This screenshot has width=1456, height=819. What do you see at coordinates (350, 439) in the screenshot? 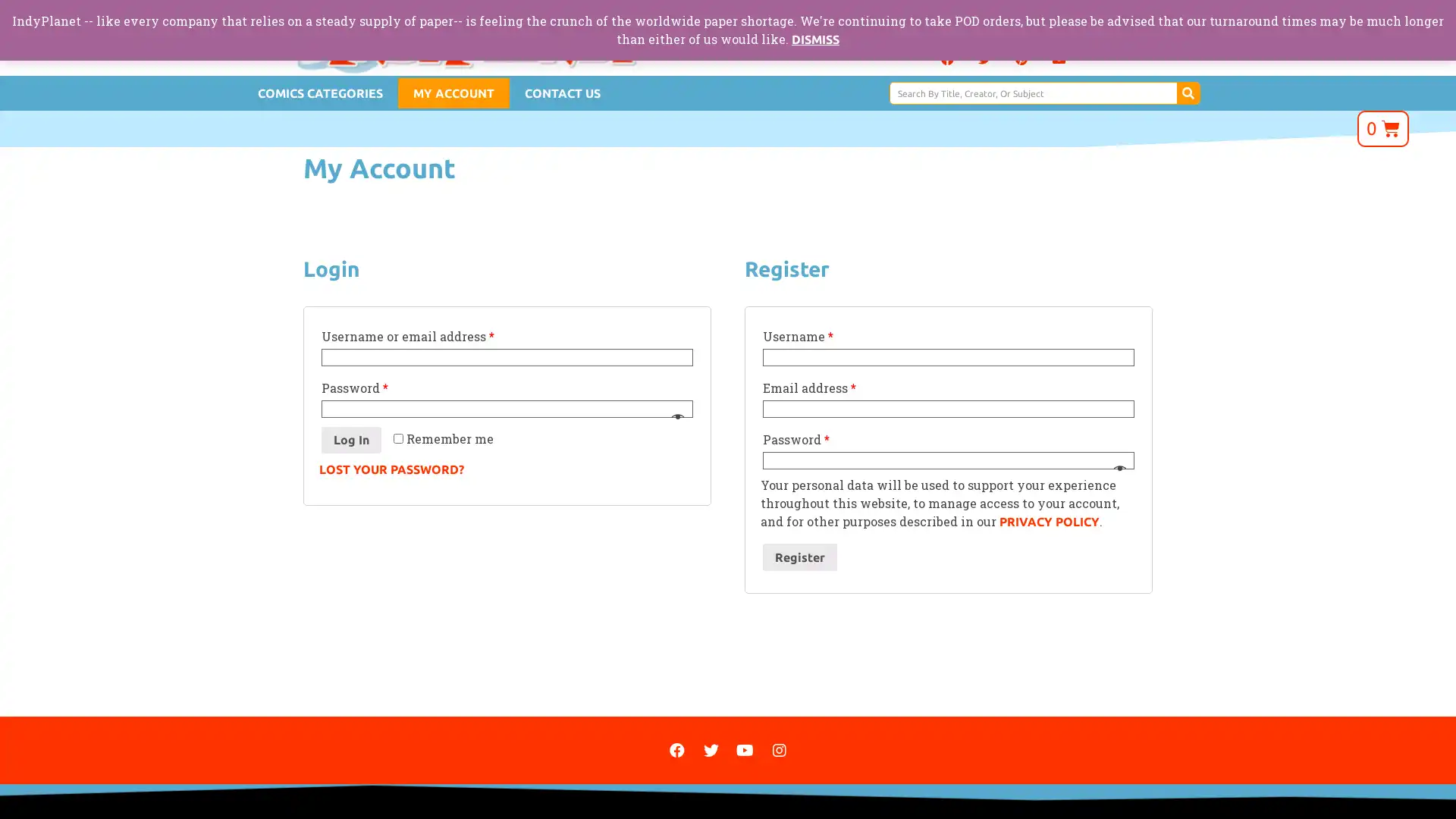
I see `Log In` at bounding box center [350, 439].